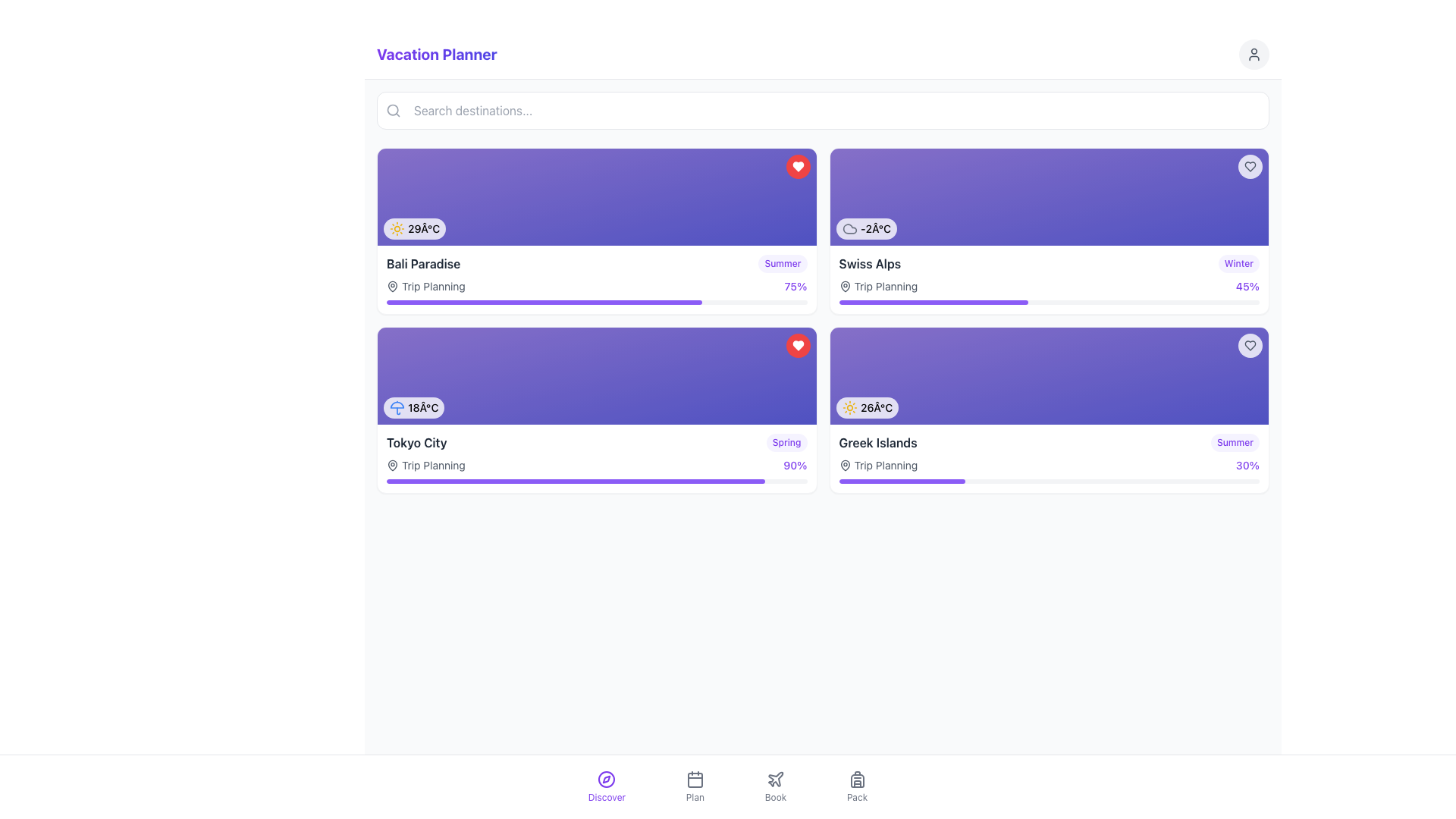  What do you see at coordinates (878, 287) in the screenshot?
I see `the 'Trip Planning' label which includes a location pin icon, located below the 'Swiss Alps' label and above the progress bar` at bounding box center [878, 287].